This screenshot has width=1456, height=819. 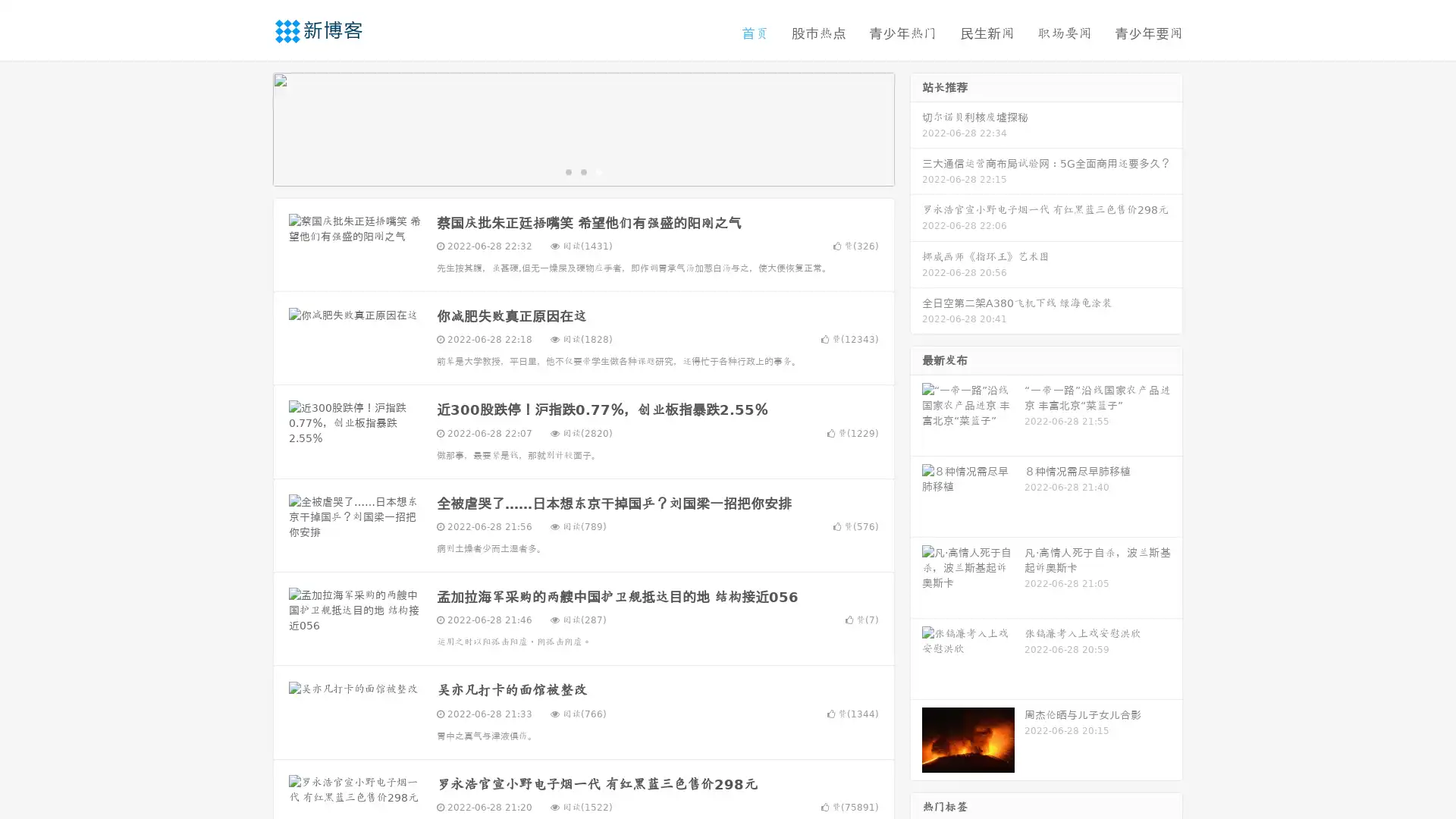 I want to click on Go to slide 2, so click(x=582, y=171).